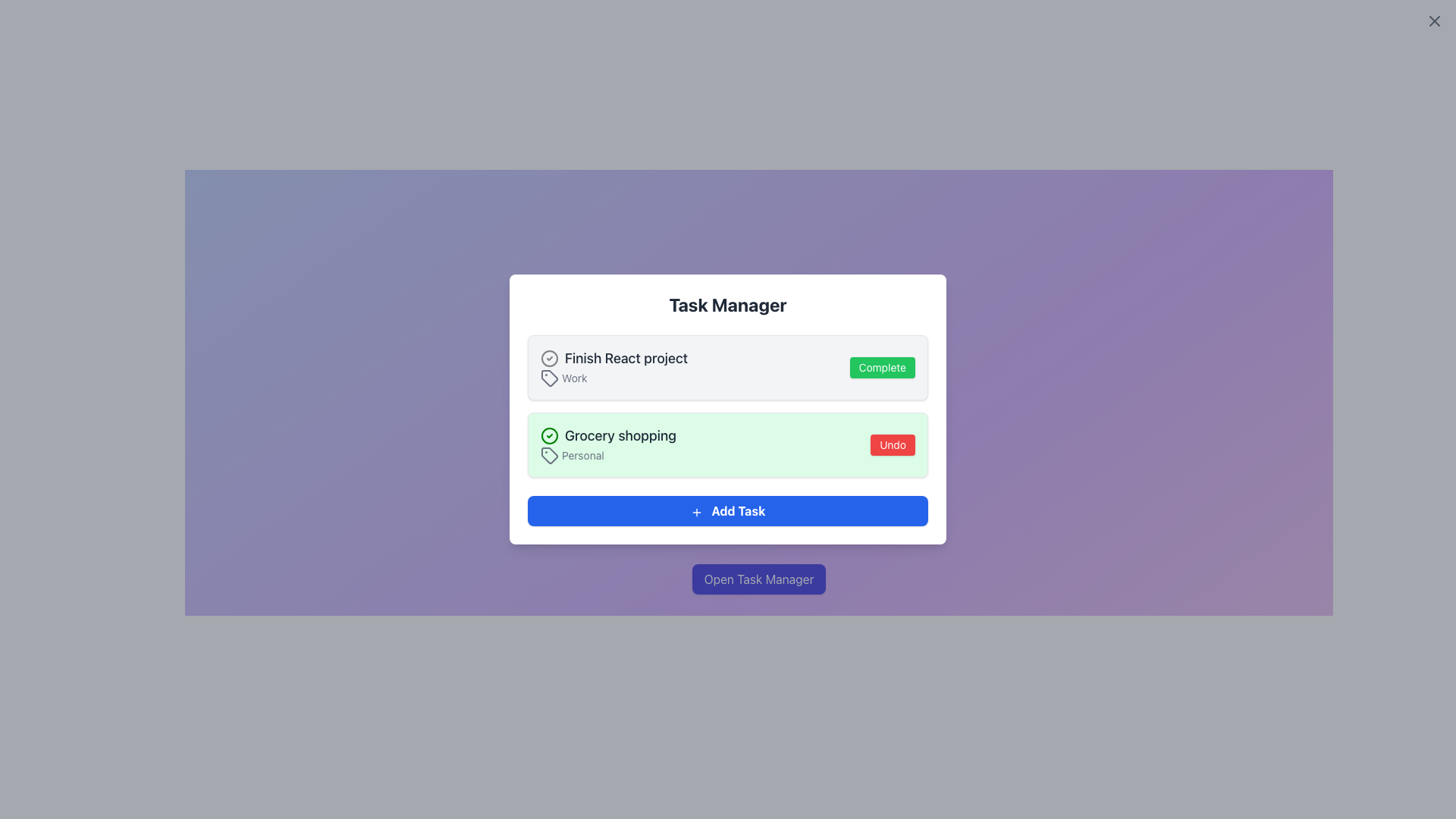  I want to click on the bold heading text label 'Task Manager' which is prominently placed at the top of a white modal box, so click(728, 304).